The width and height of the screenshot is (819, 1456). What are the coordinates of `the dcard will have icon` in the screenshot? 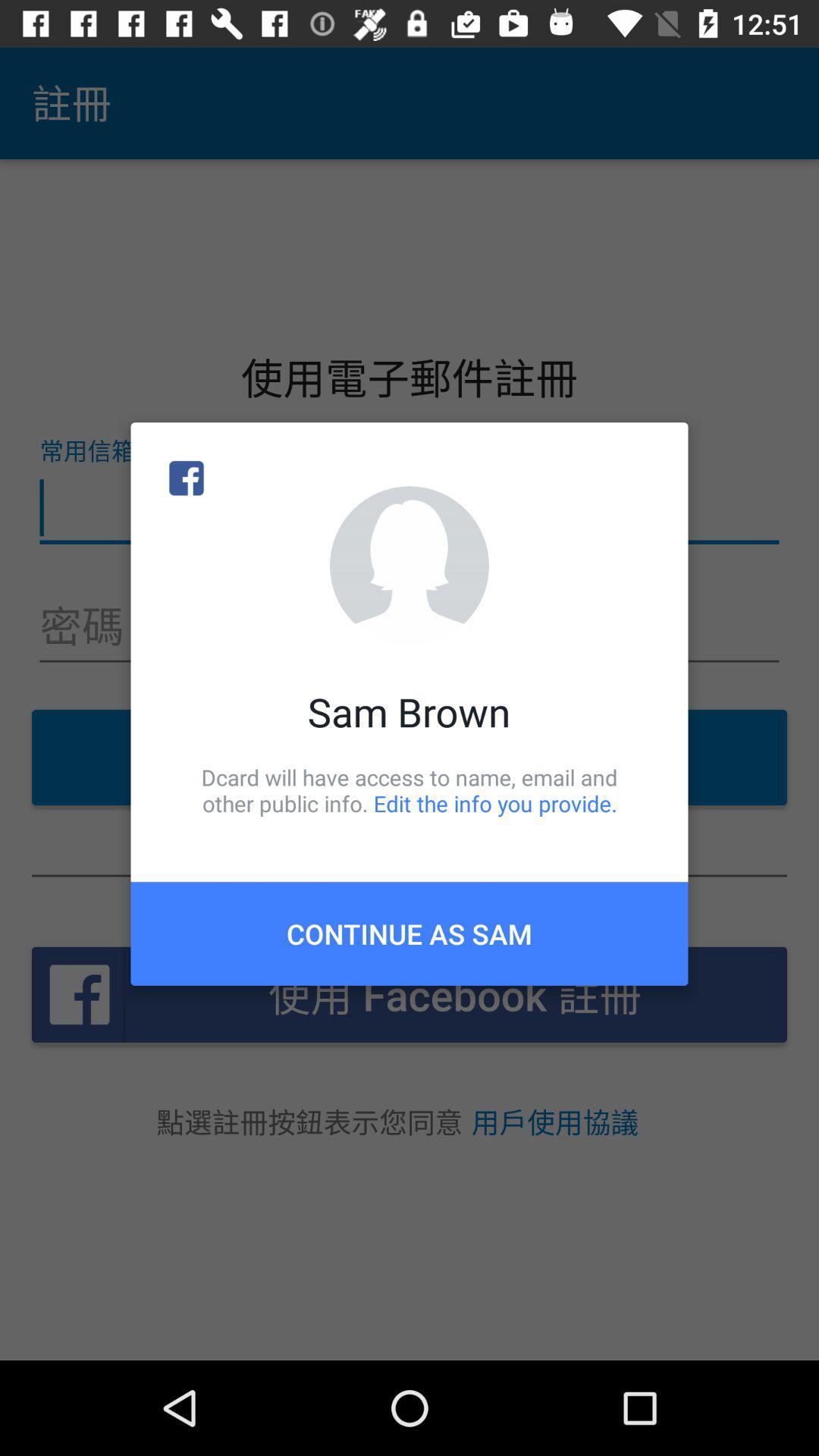 It's located at (409, 789).